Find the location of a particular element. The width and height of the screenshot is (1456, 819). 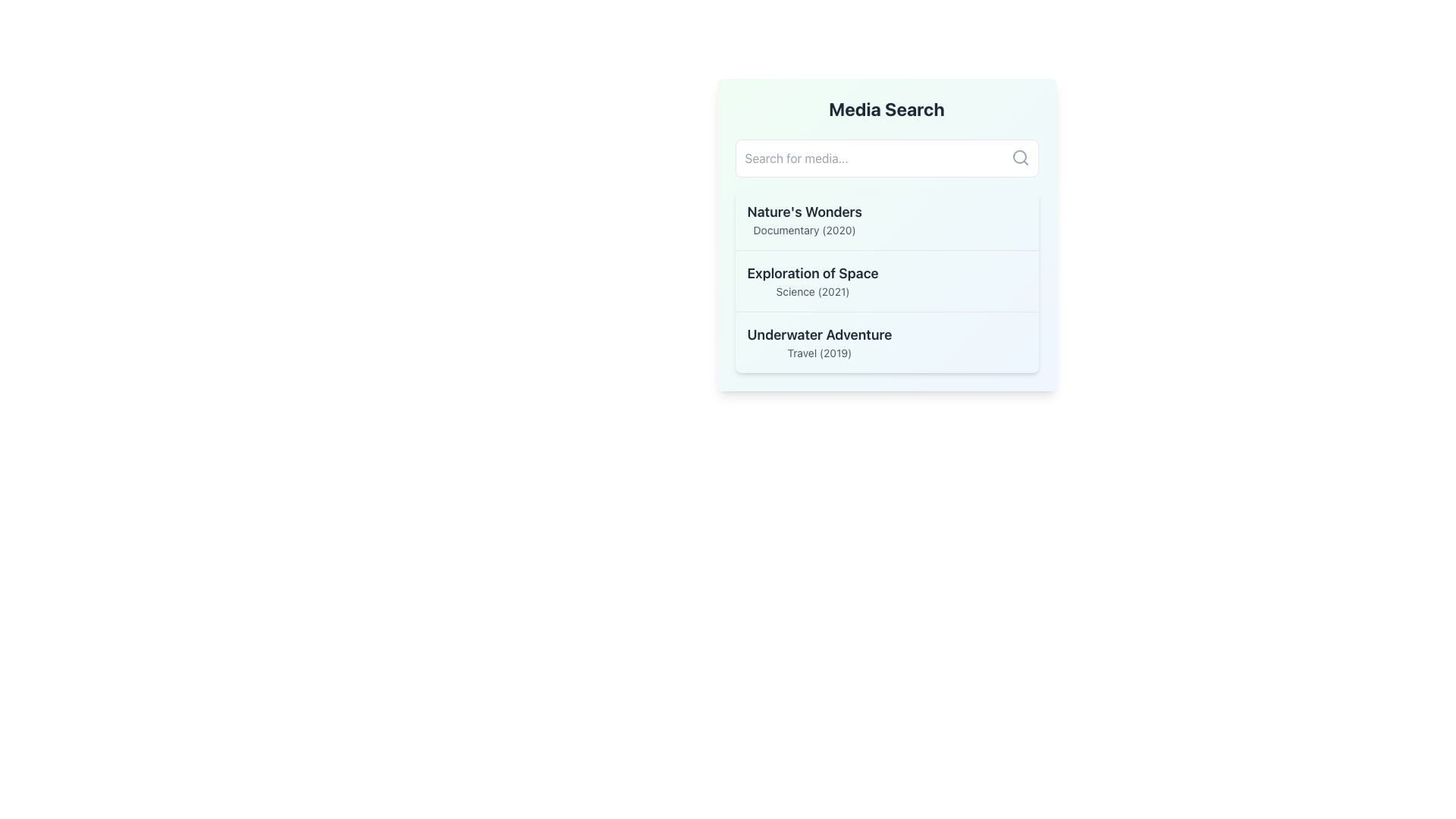

text label displaying 'Documentary (2020)' which is styled in a small gray font and is positioned immediately below the title 'Nature's Wonders' in the media search results list is located at coordinates (804, 231).